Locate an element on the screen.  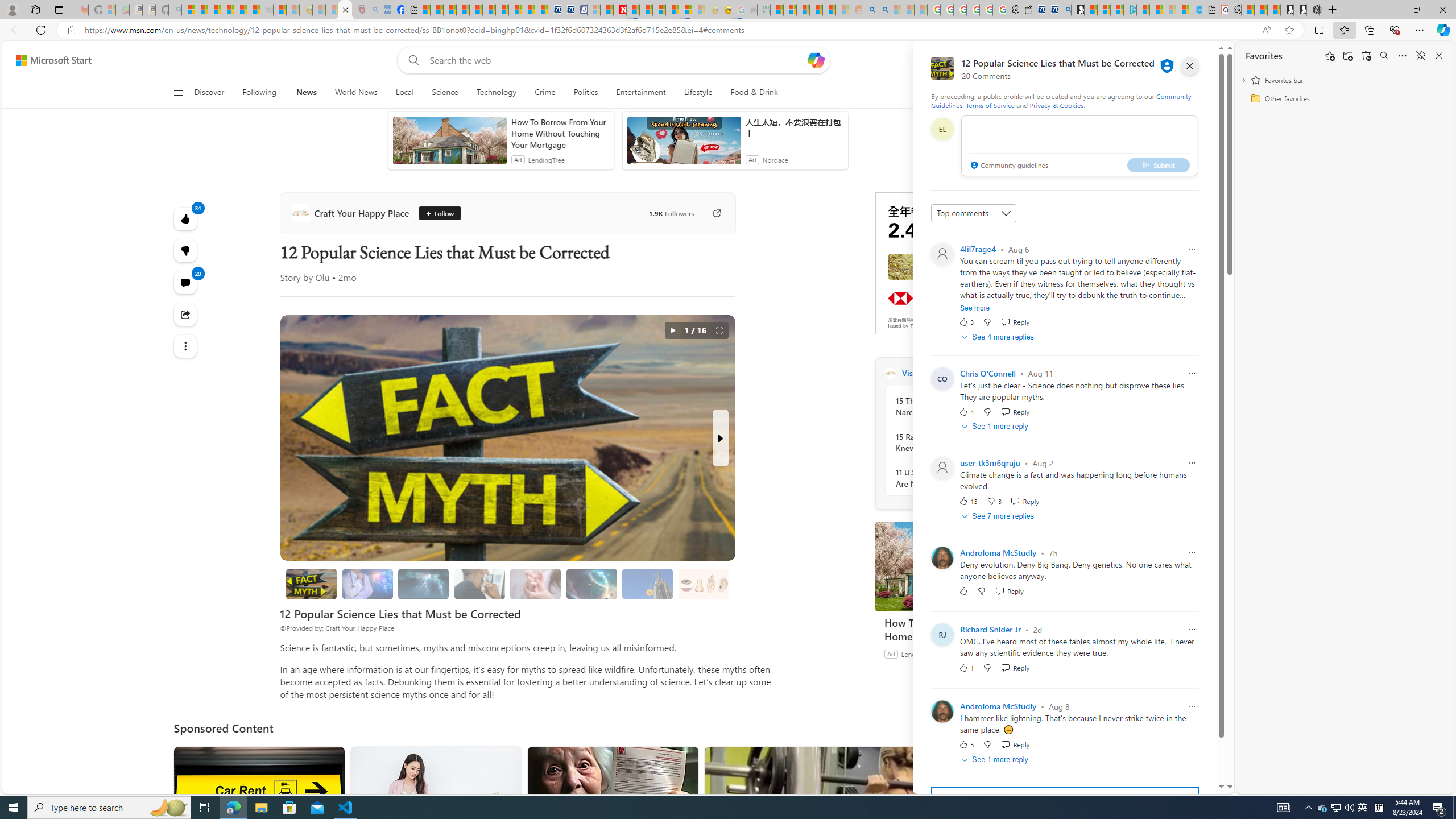
'5 Like' is located at coordinates (965, 744).